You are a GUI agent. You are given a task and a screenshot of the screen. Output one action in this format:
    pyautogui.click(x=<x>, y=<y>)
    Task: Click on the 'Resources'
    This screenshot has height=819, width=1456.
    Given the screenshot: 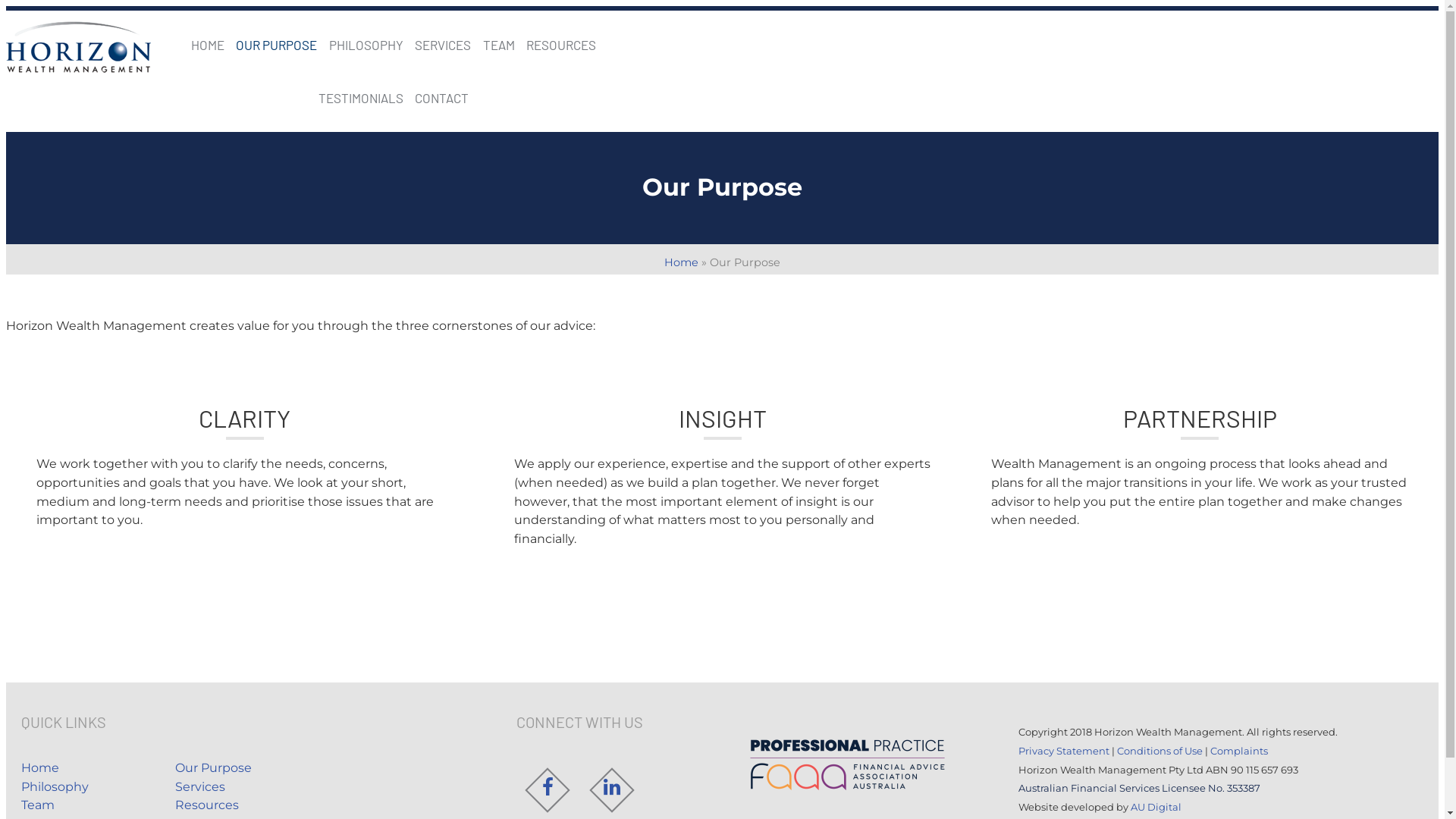 What is the action you would take?
    pyautogui.click(x=206, y=804)
    